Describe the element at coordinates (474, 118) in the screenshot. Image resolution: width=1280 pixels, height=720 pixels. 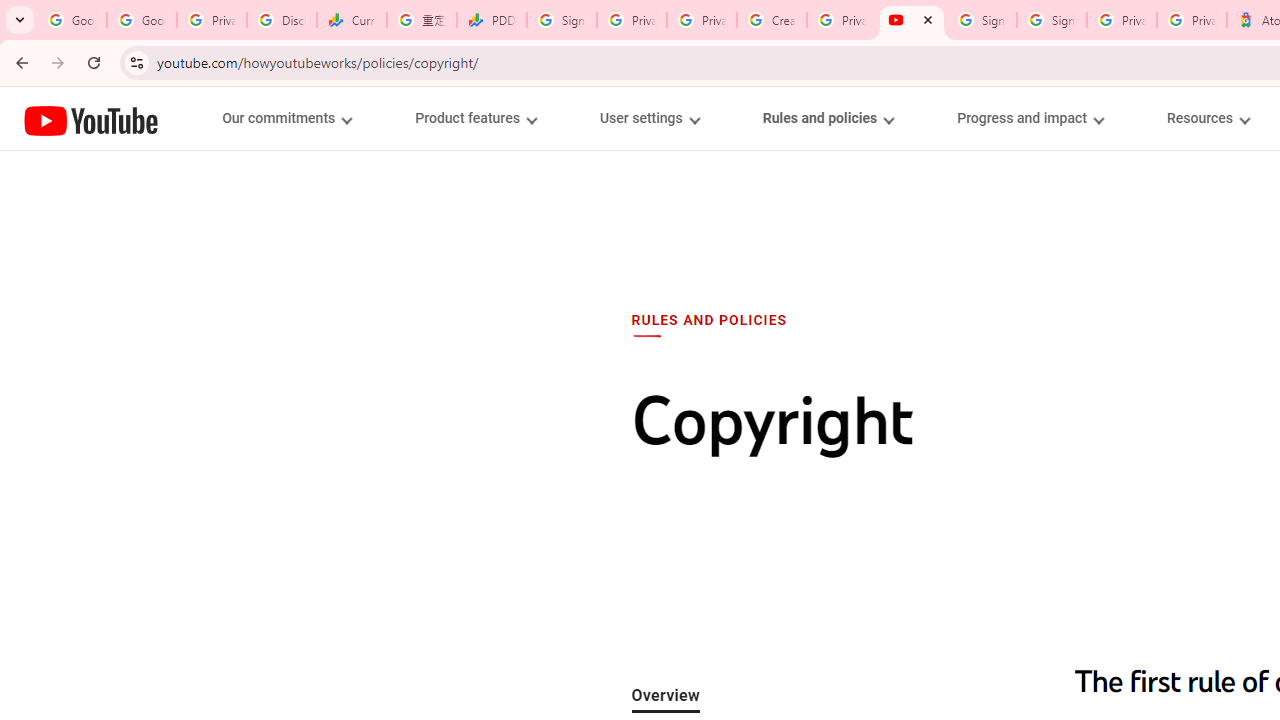
I see `'Product features menupopup'` at that location.